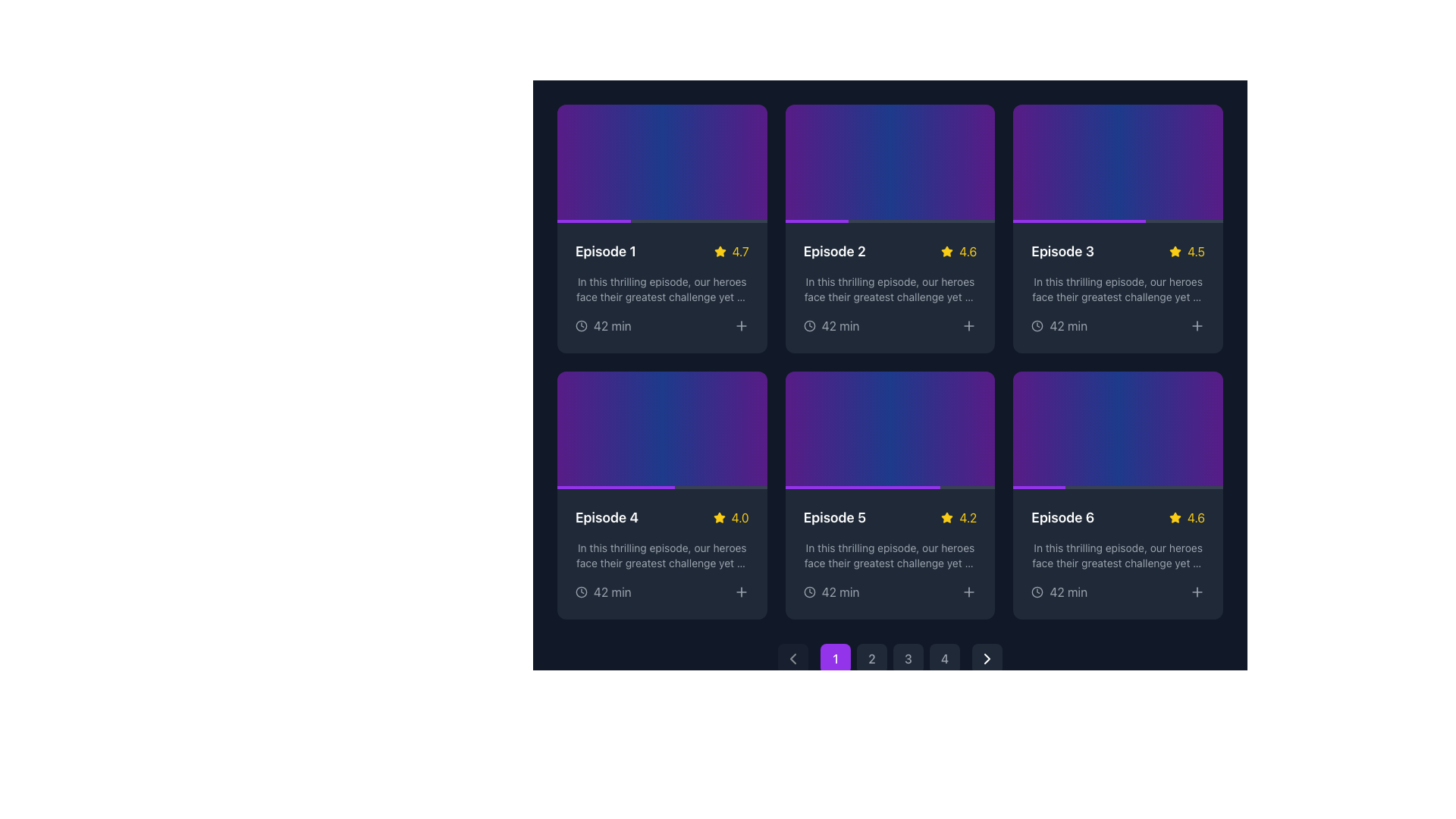 The image size is (1456, 819). What do you see at coordinates (944, 657) in the screenshot?
I see `the rounded square button displaying the numeral '4'` at bounding box center [944, 657].